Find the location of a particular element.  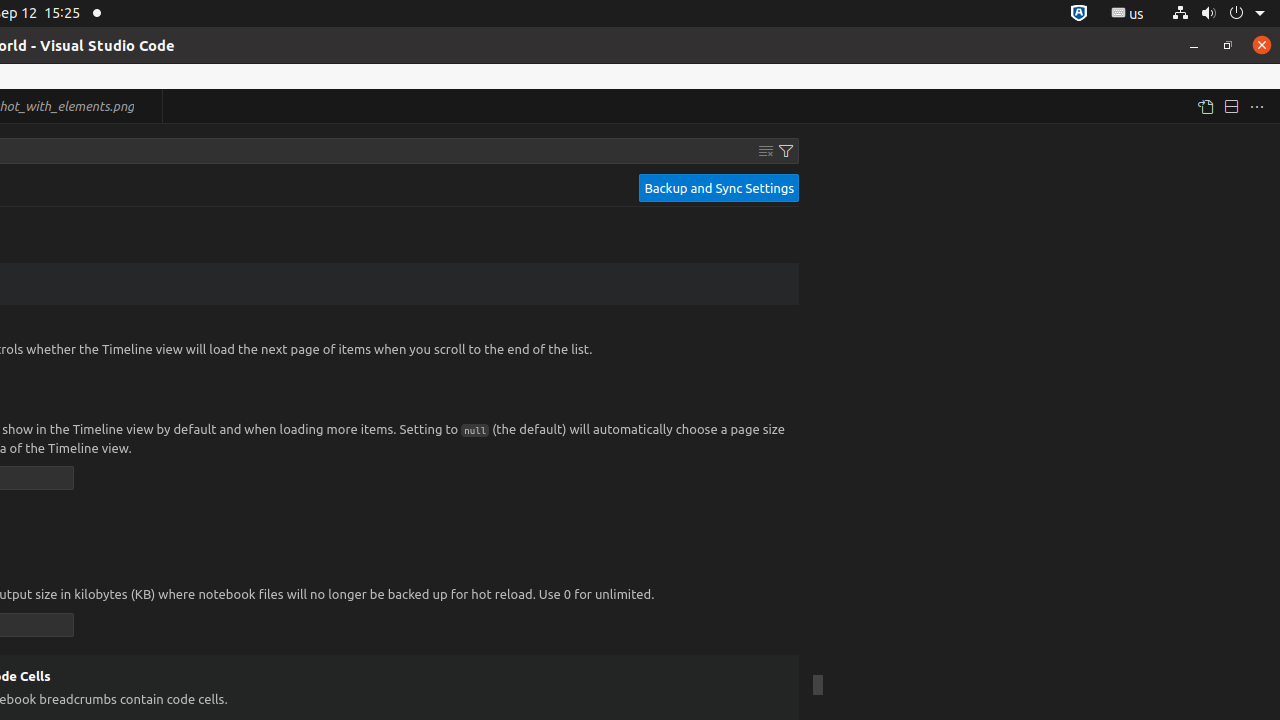

'Clear Settings Search Input' is located at coordinates (764, 149).